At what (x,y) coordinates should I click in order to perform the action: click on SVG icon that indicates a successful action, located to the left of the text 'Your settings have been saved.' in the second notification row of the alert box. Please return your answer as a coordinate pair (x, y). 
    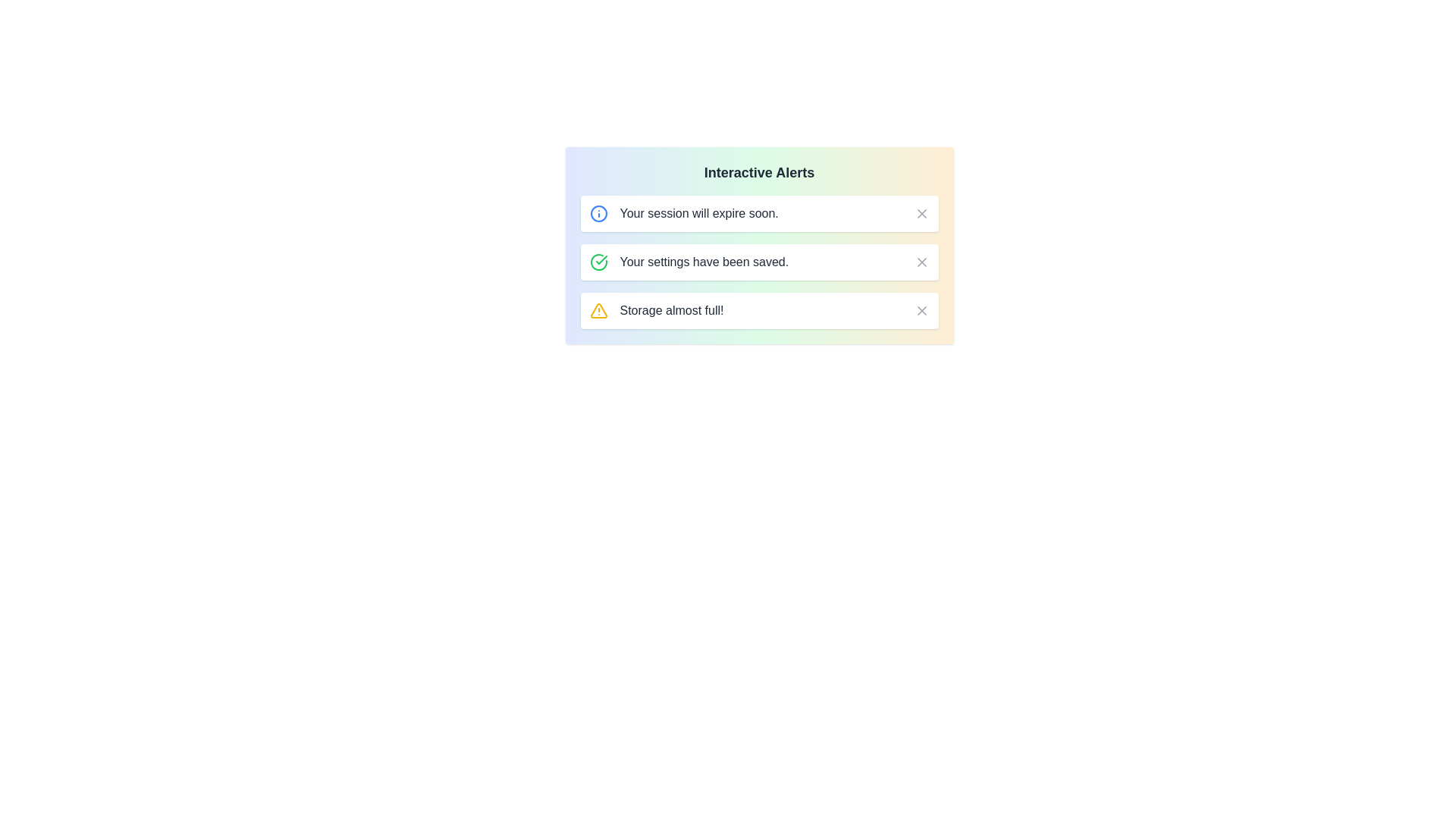
    Looking at the image, I should click on (600, 259).